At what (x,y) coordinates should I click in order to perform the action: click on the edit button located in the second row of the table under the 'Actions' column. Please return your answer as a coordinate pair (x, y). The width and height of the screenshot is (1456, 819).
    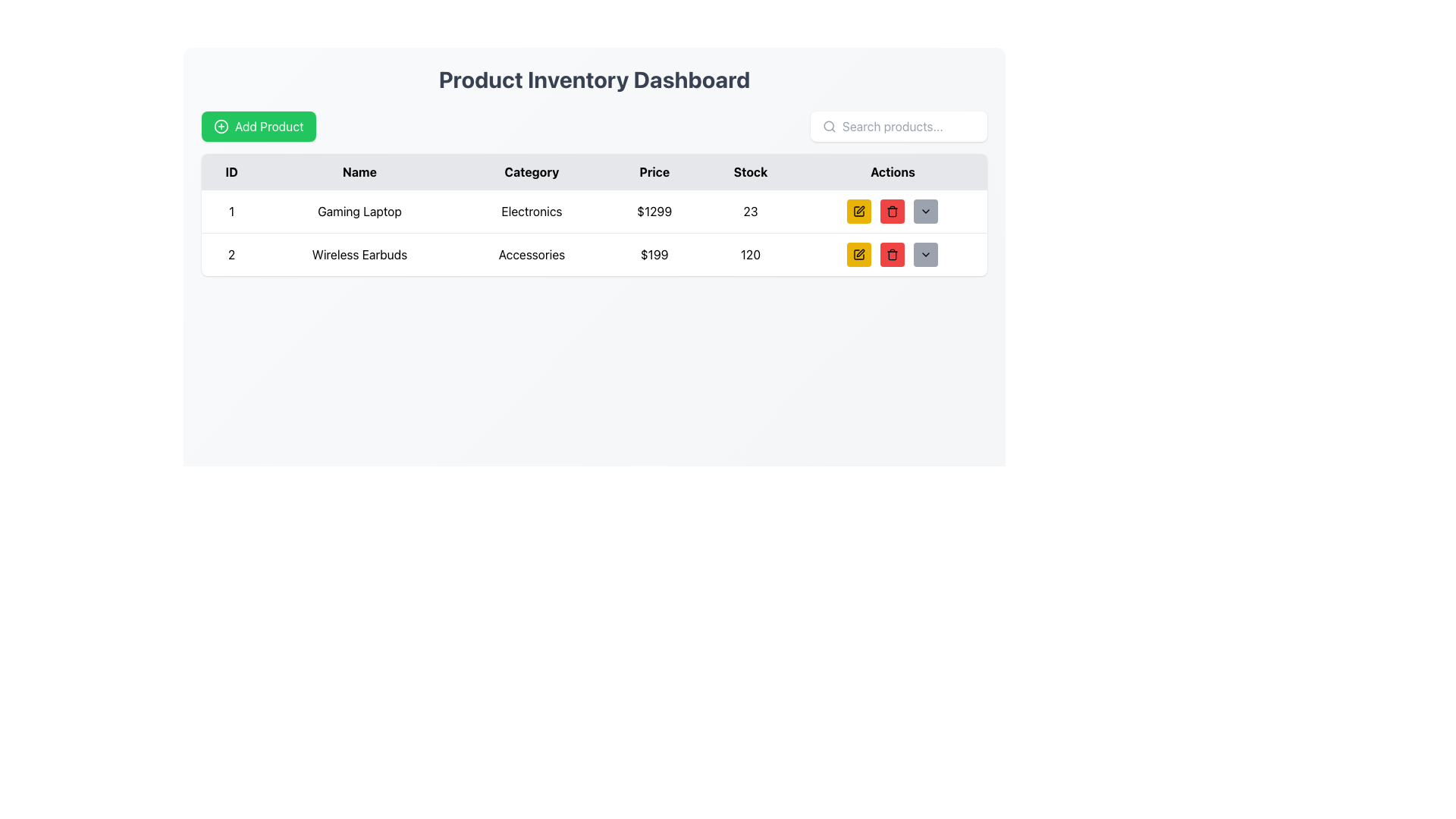
    Looking at the image, I should click on (859, 253).